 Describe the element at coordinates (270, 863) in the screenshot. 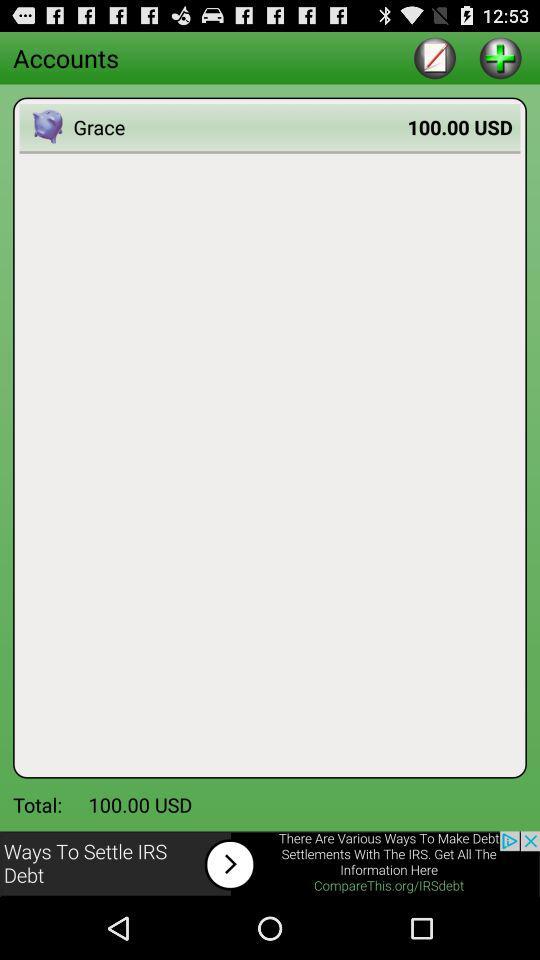

I see `advertisement` at that location.